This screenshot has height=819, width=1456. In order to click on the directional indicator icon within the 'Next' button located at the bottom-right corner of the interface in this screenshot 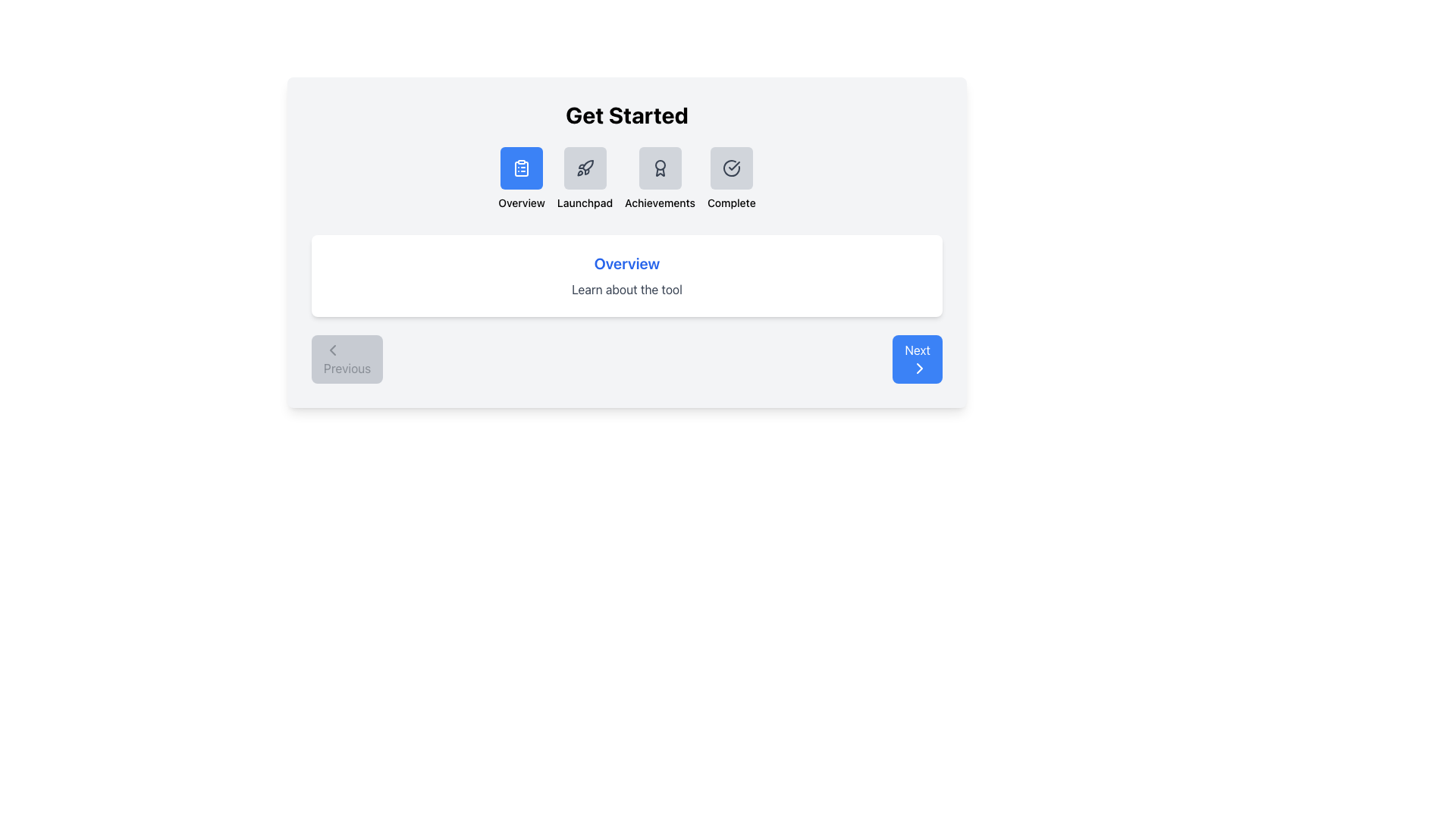, I will do `click(919, 369)`.